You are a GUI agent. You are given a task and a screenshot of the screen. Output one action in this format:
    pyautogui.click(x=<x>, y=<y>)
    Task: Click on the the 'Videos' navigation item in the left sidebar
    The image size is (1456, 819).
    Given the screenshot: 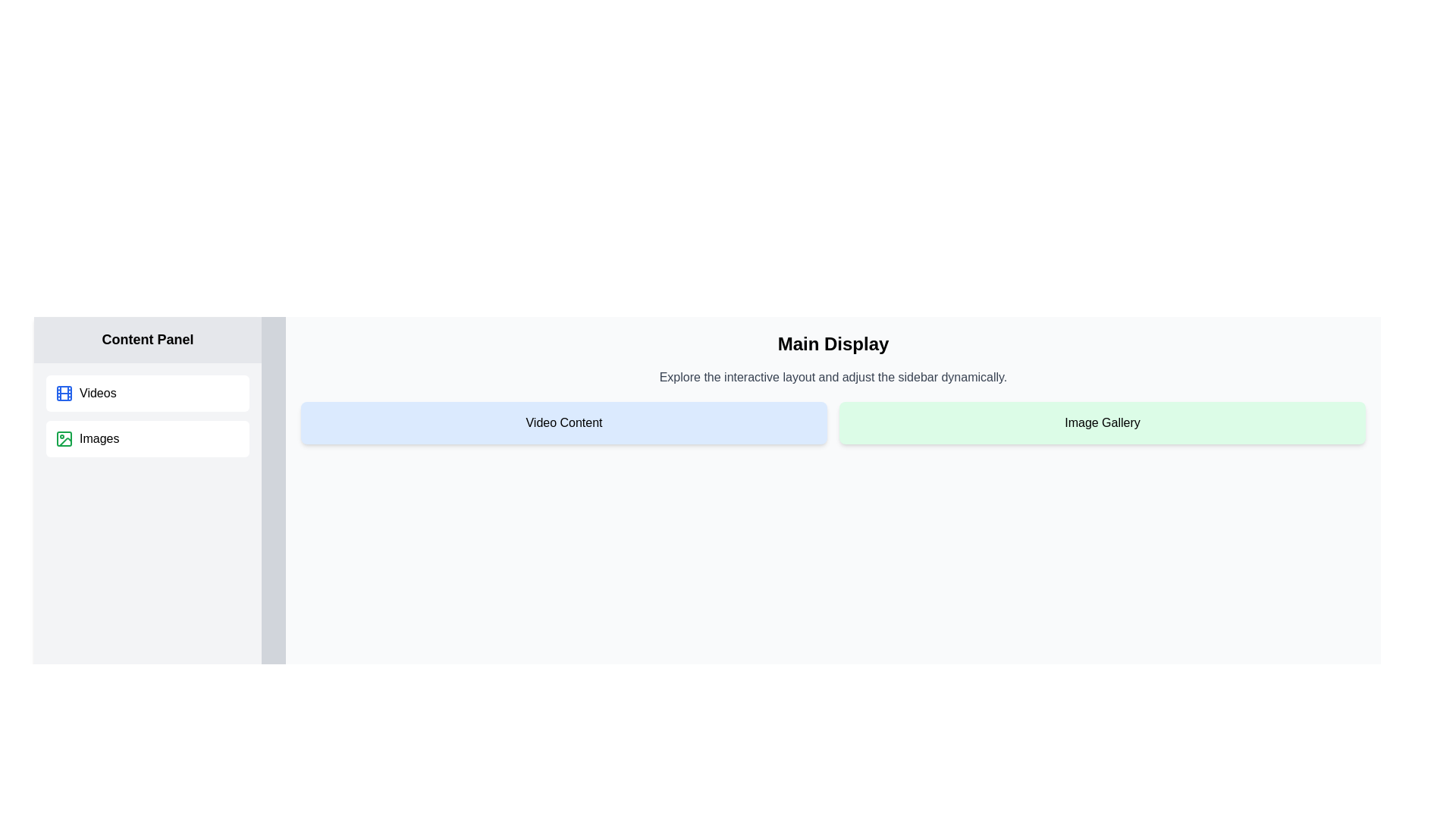 What is the action you would take?
    pyautogui.click(x=148, y=393)
    